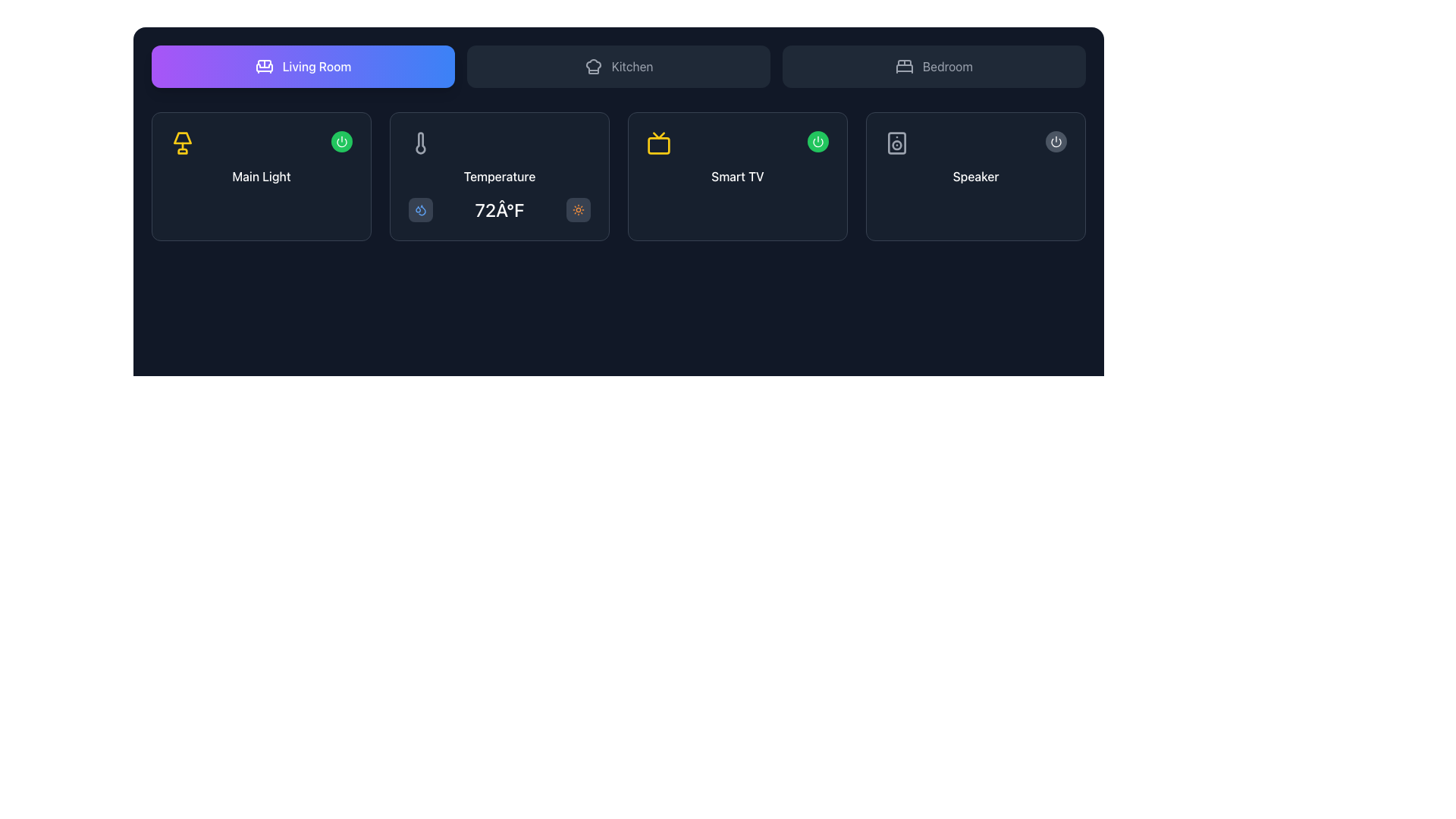 Image resolution: width=1456 pixels, height=819 pixels. Describe the element at coordinates (1055, 143) in the screenshot. I see `the icon representing a status within the 'Speaker' card located in the Bedroom section, positioned near the upper-right corner of the card` at that location.